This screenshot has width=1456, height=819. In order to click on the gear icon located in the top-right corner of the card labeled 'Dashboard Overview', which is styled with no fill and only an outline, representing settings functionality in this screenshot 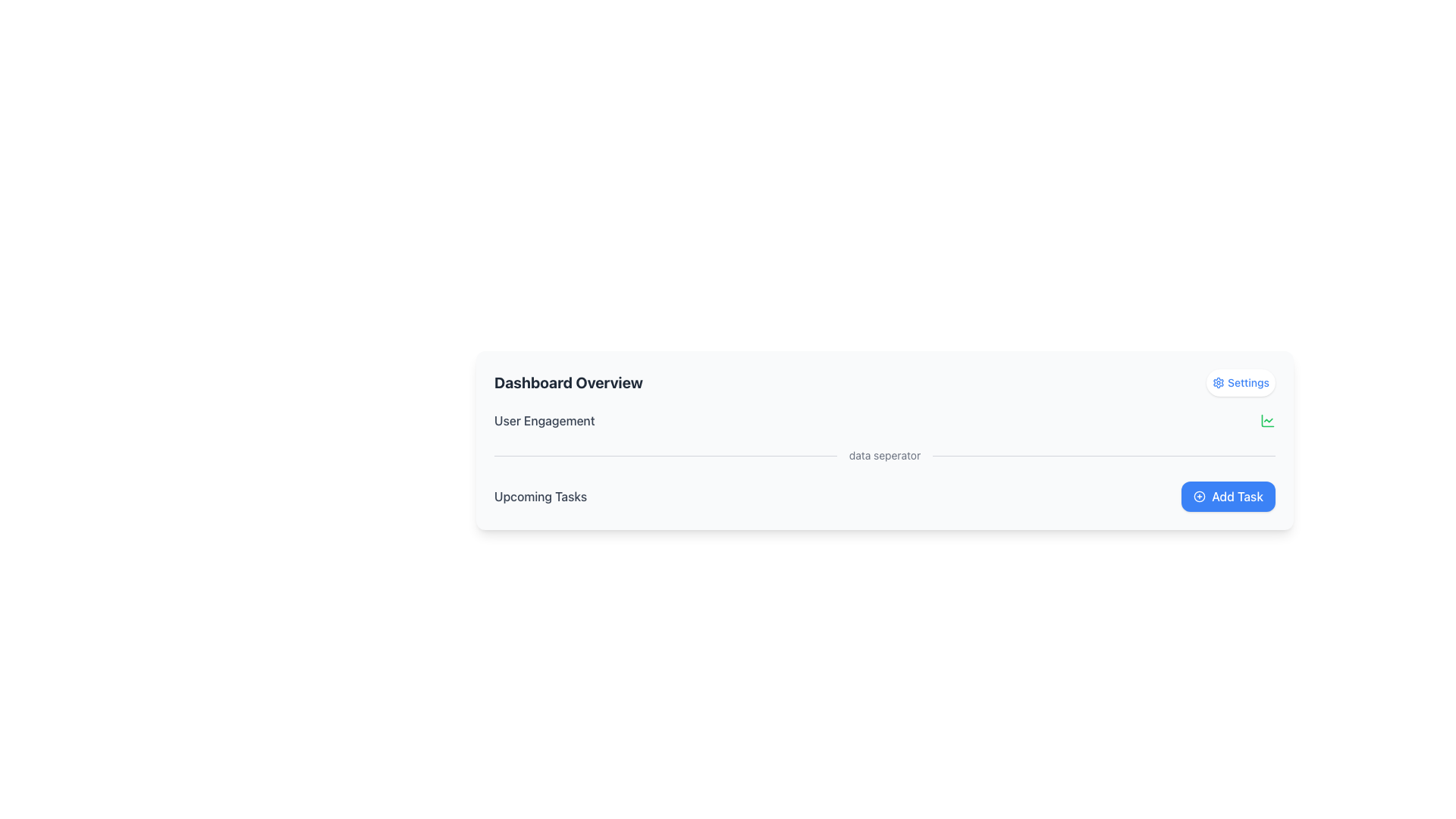, I will do `click(1219, 382)`.